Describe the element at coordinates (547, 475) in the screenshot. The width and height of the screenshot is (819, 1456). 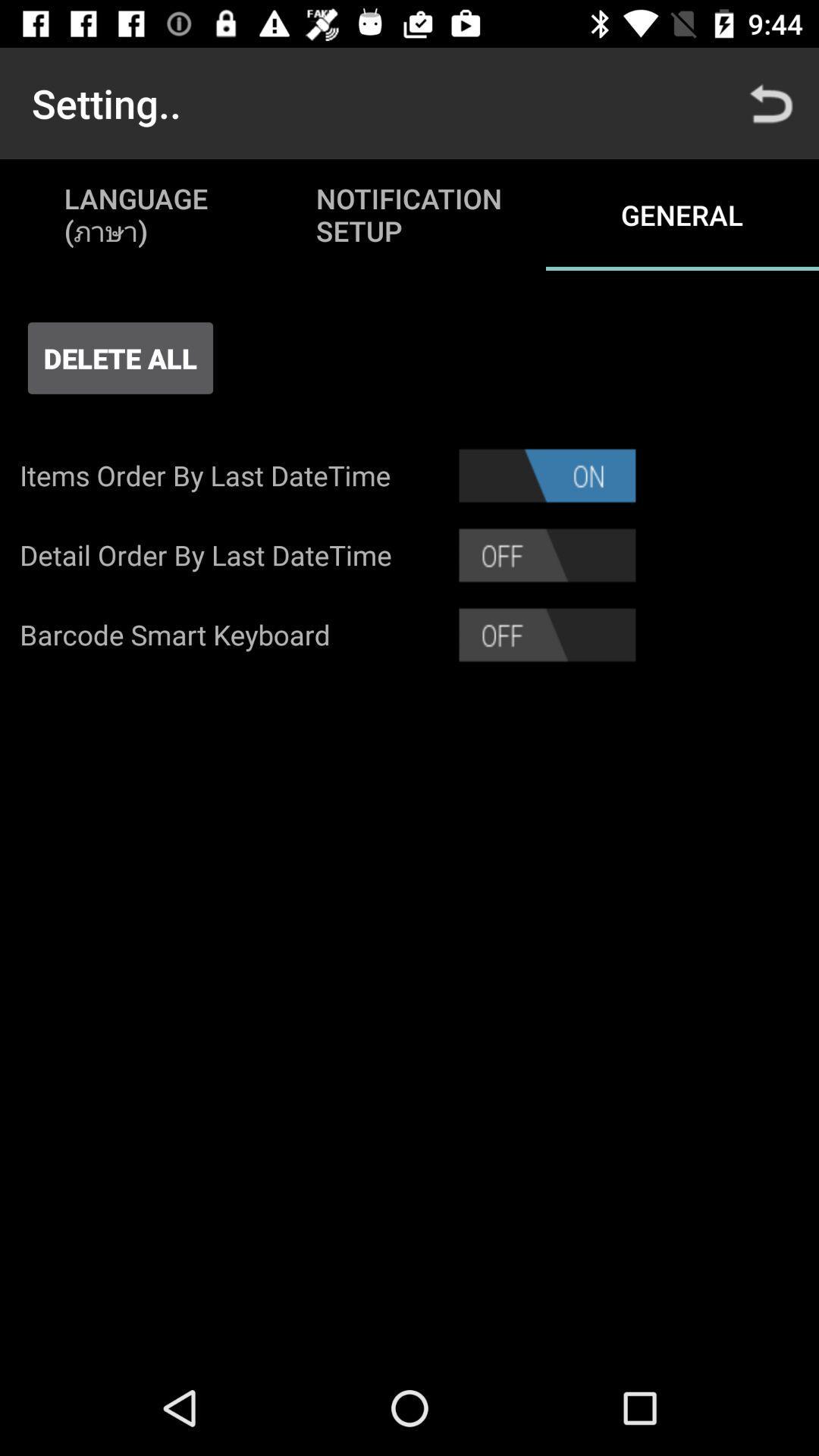
I see `turn off item order by lastdatetime` at that location.